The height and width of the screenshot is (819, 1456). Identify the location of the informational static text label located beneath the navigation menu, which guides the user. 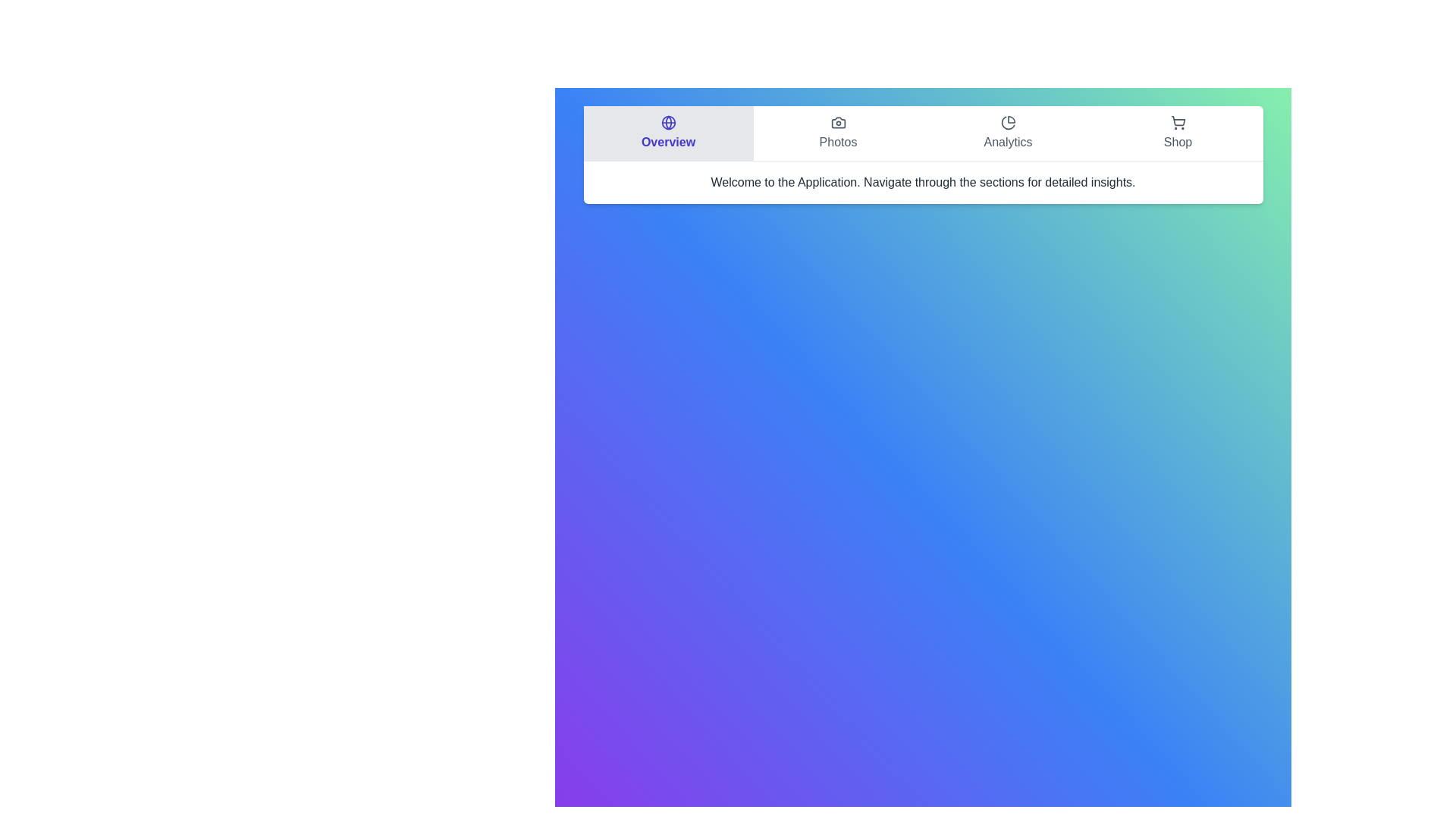
(922, 181).